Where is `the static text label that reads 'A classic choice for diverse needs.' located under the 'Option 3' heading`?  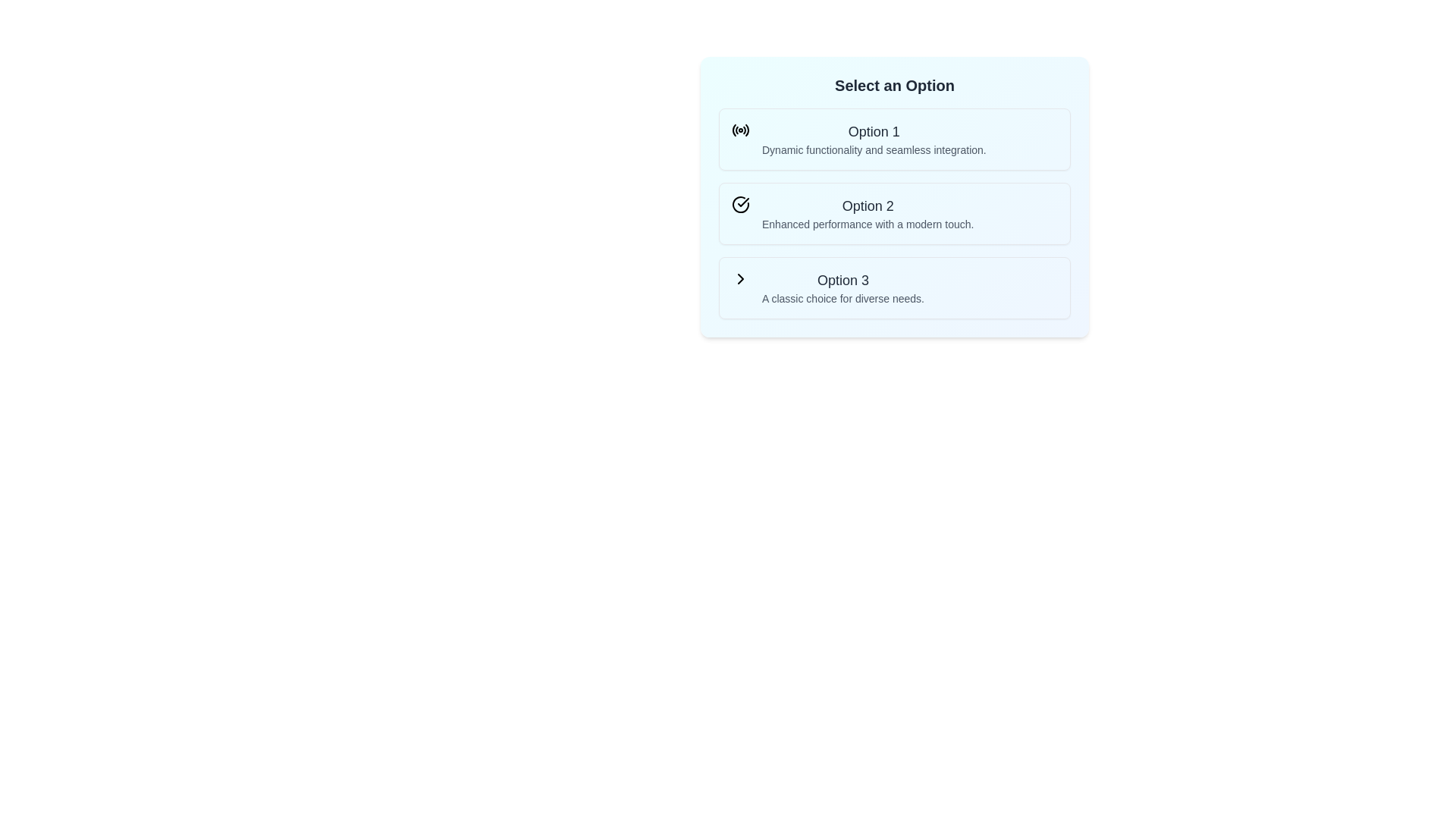
the static text label that reads 'A classic choice for diverse needs.' located under the 'Option 3' heading is located at coordinates (843, 298).